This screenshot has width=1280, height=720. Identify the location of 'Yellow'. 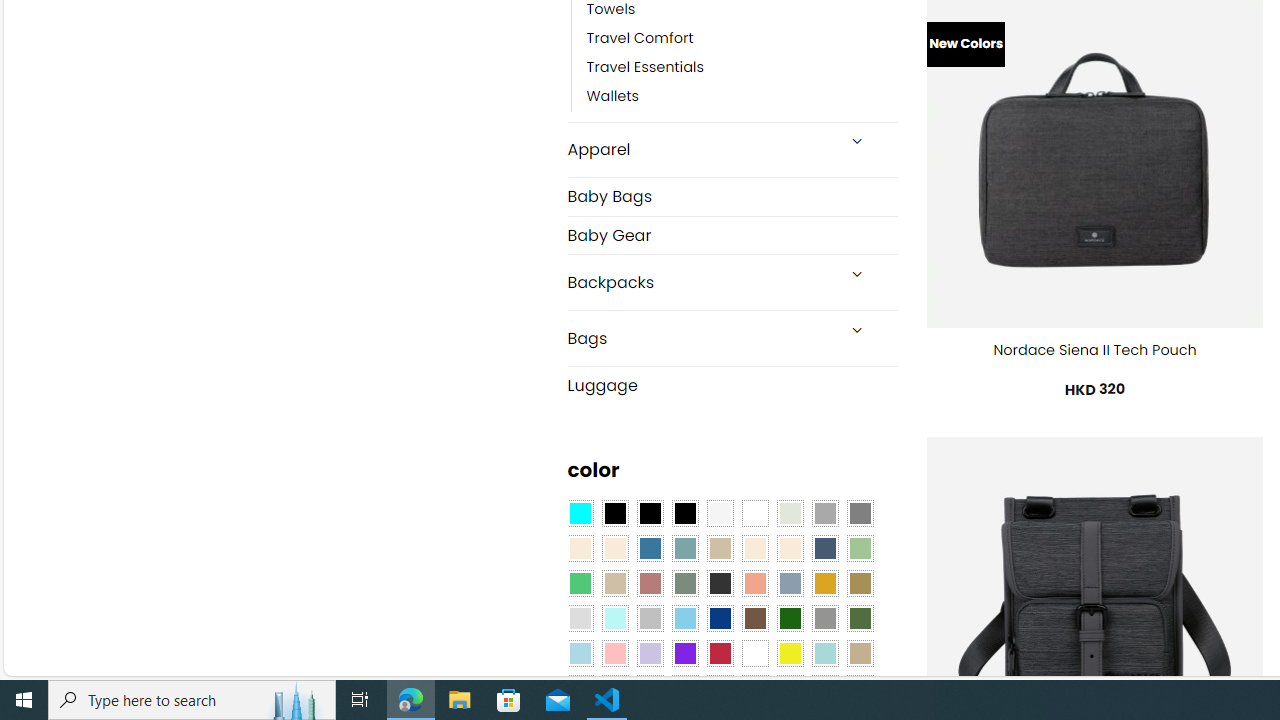
(788, 653).